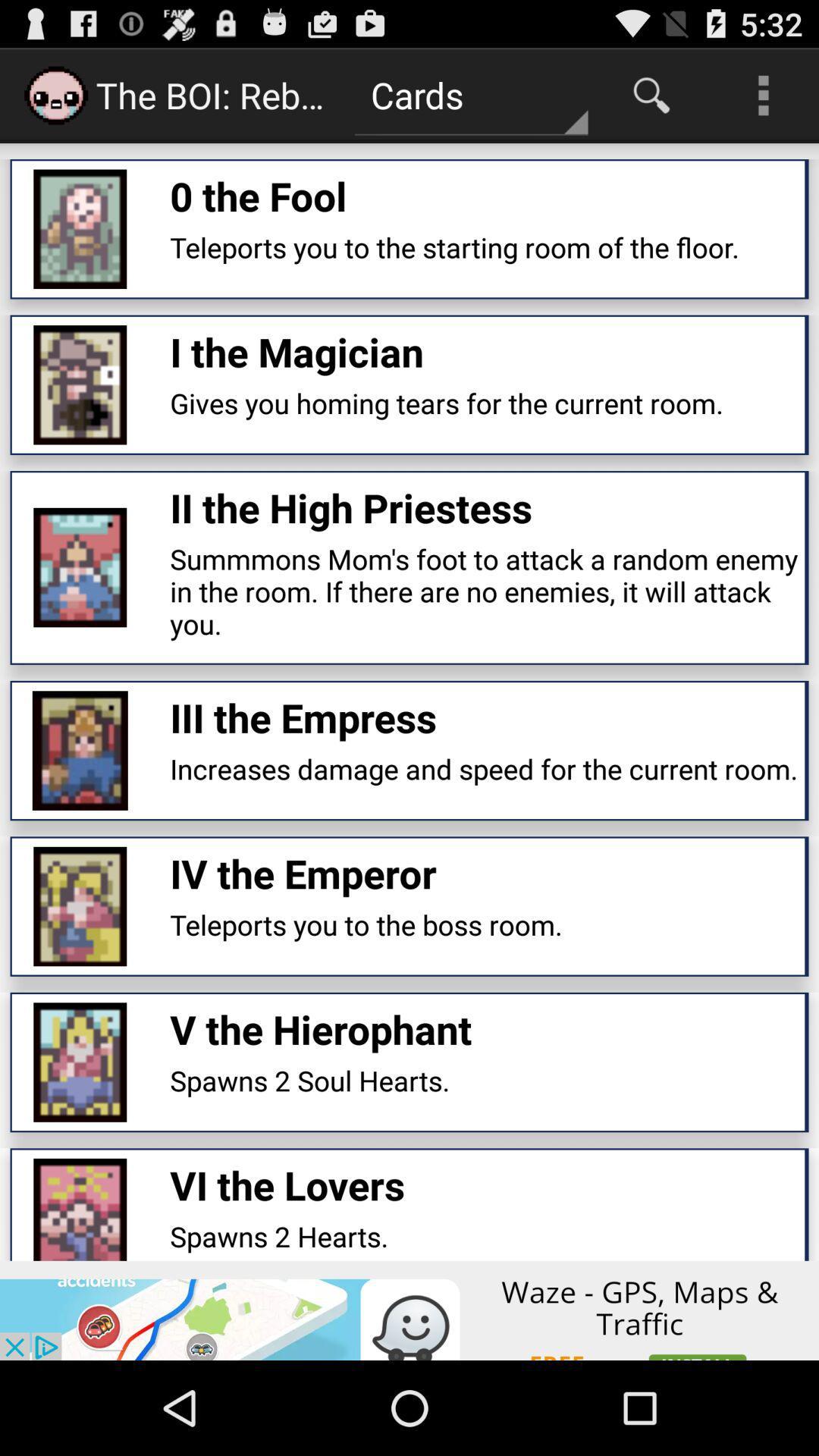  I want to click on open advertisement, so click(409, 1310).